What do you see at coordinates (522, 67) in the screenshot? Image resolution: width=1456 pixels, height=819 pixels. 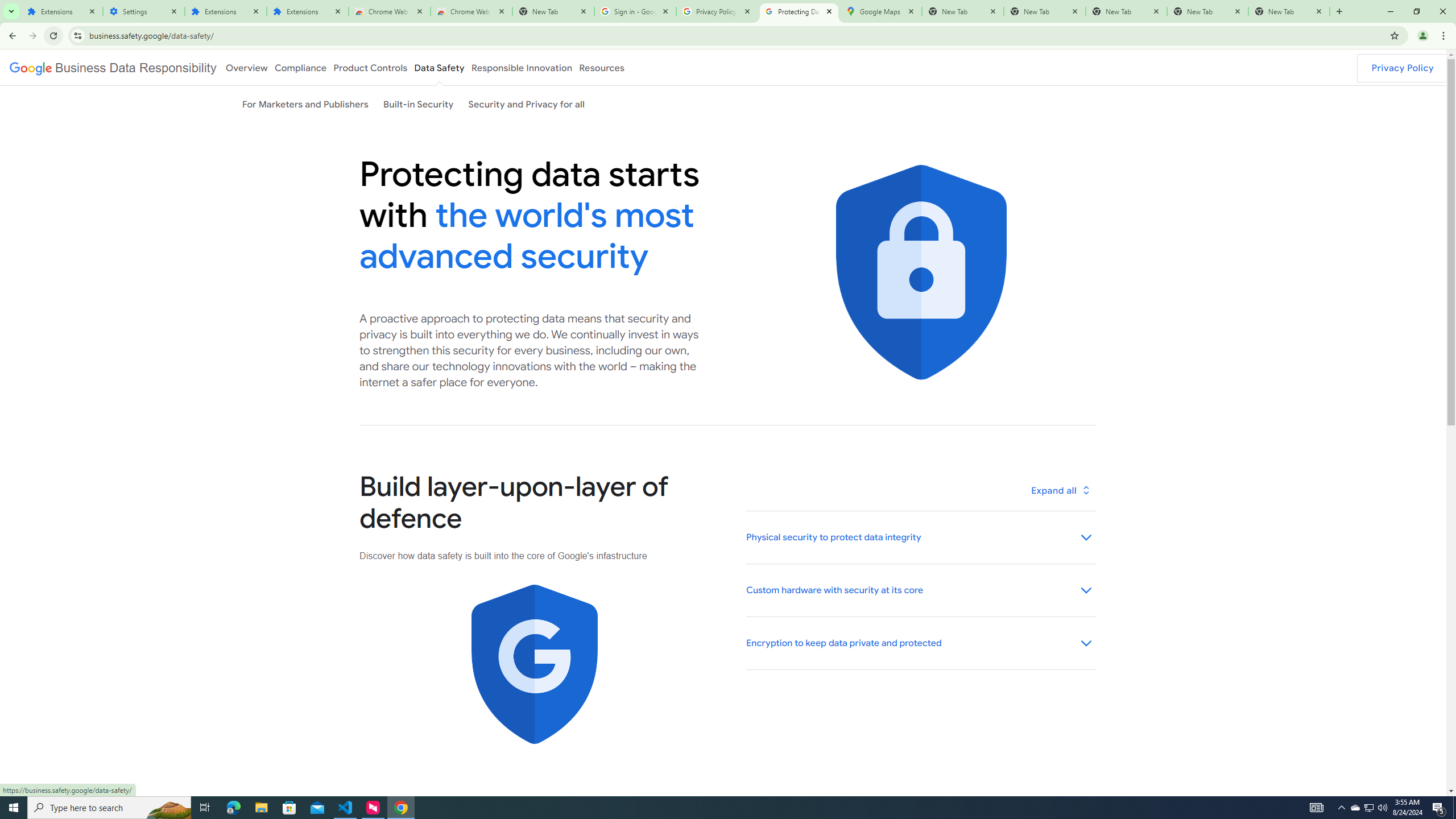 I see `'Responsible Innovation'` at bounding box center [522, 67].